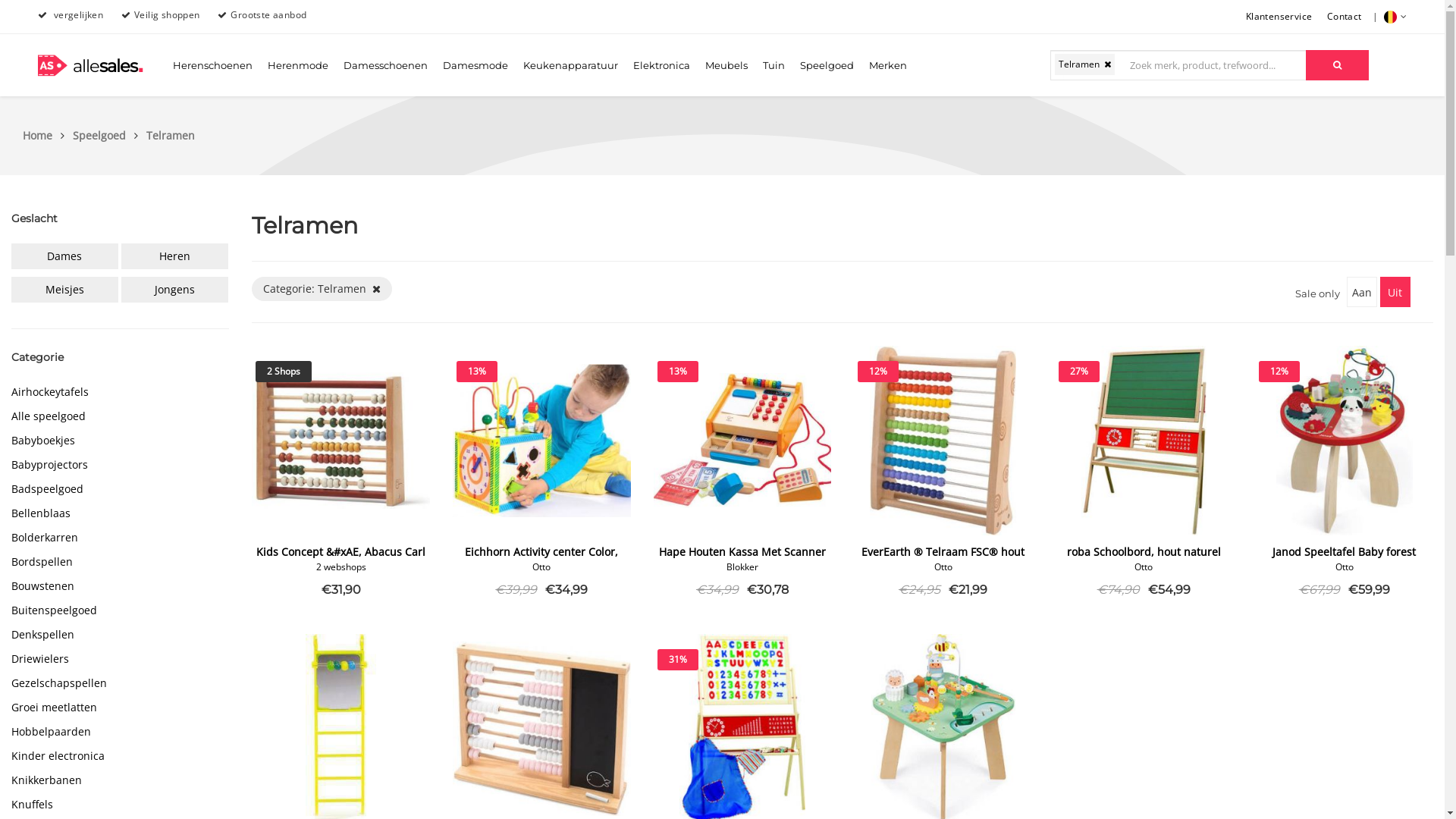 The height and width of the screenshot is (819, 1456). What do you see at coordinates (1084, 63) in the screenshot?
I see `'Telramen  '` at bounding box center [1084, 63].